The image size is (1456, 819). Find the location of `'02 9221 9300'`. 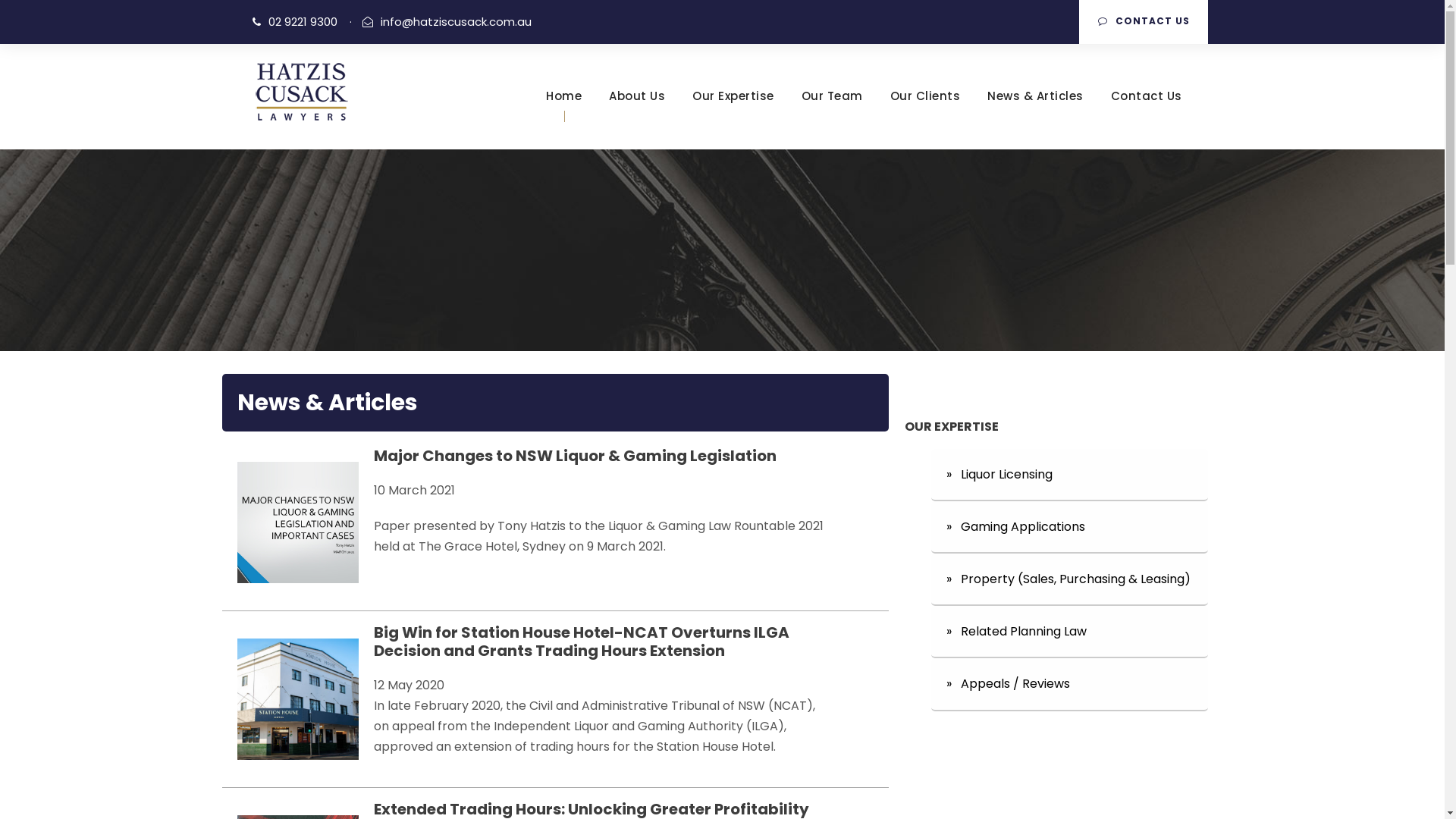

'02 9221 9300' is located at coordinates (303, 21).